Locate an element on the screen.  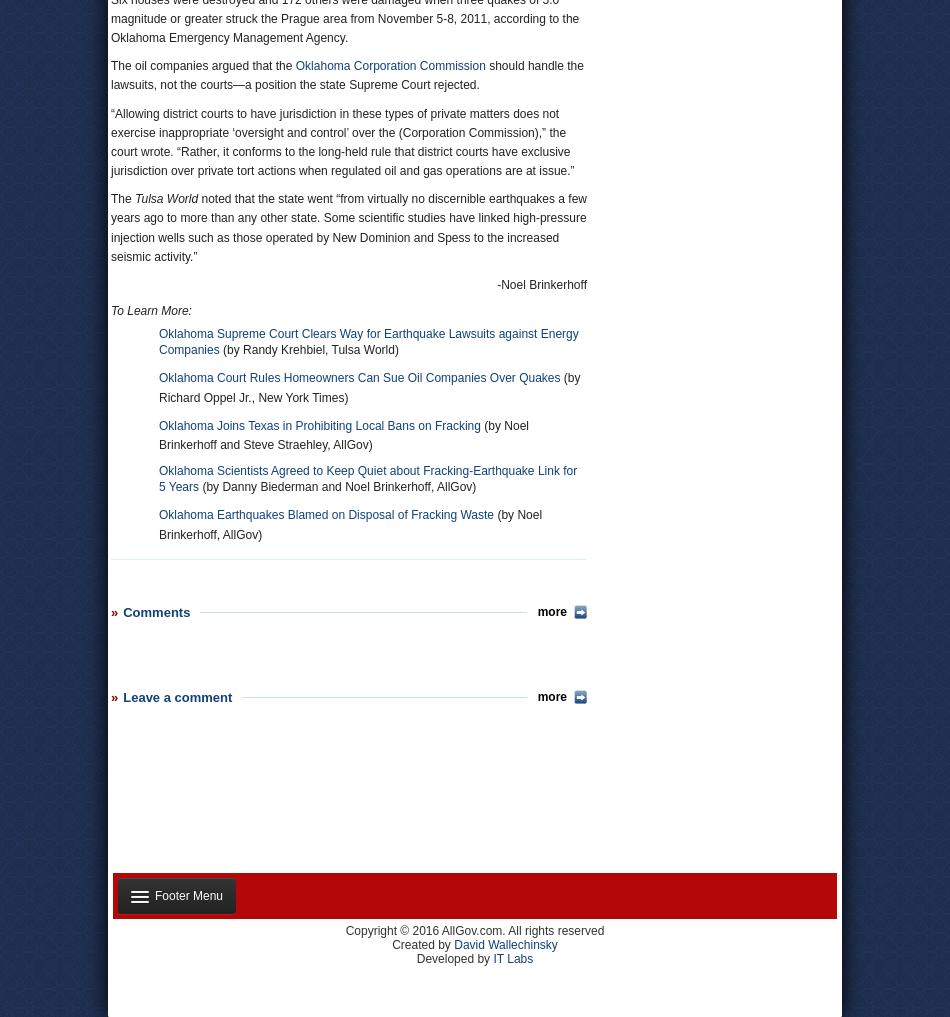
'The oil companies argued that the' is located at coordinates (203, 66).